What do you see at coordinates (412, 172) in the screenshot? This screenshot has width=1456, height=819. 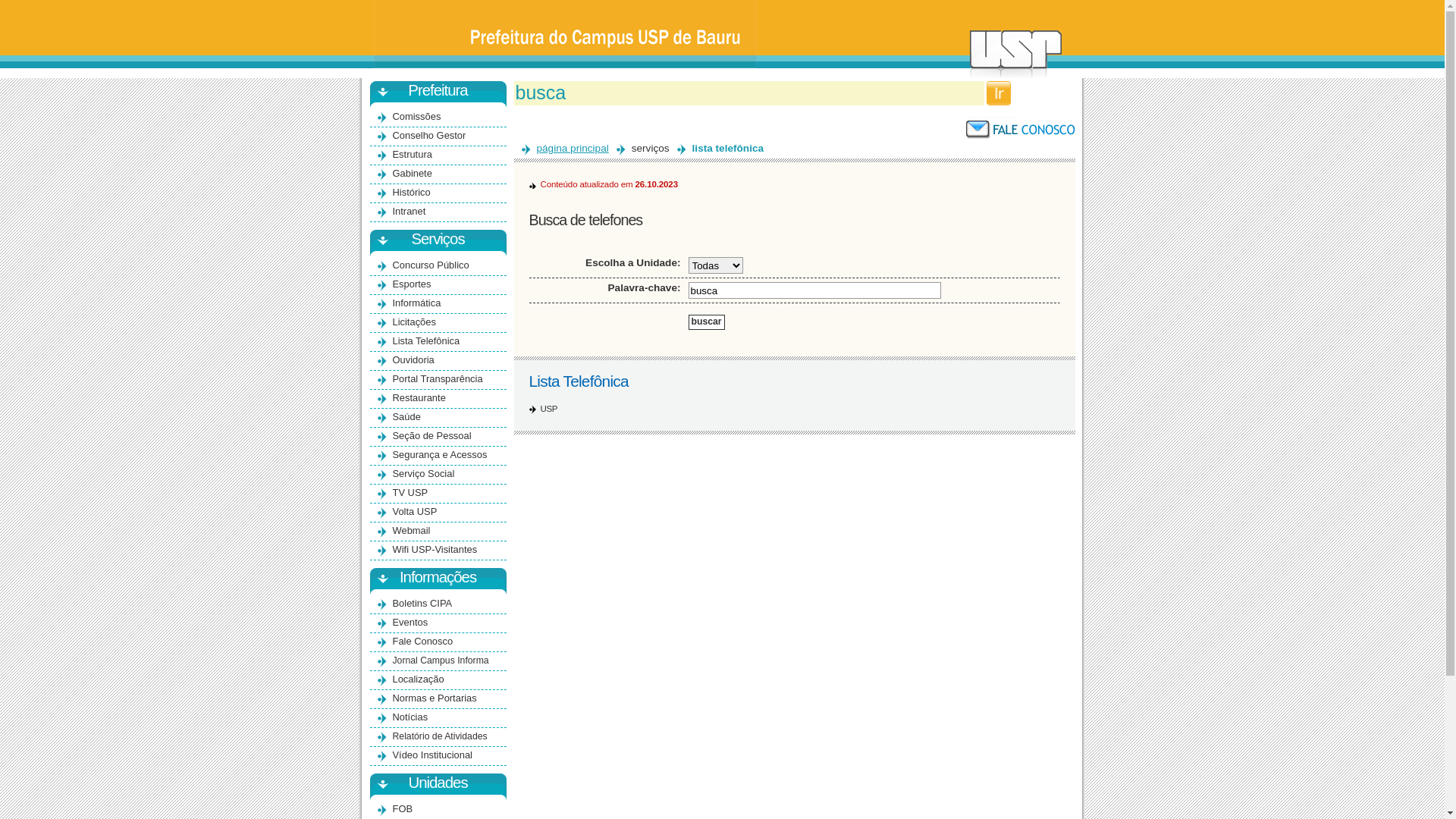 I see `'Gabinete'` at bounding box center [412, 172].